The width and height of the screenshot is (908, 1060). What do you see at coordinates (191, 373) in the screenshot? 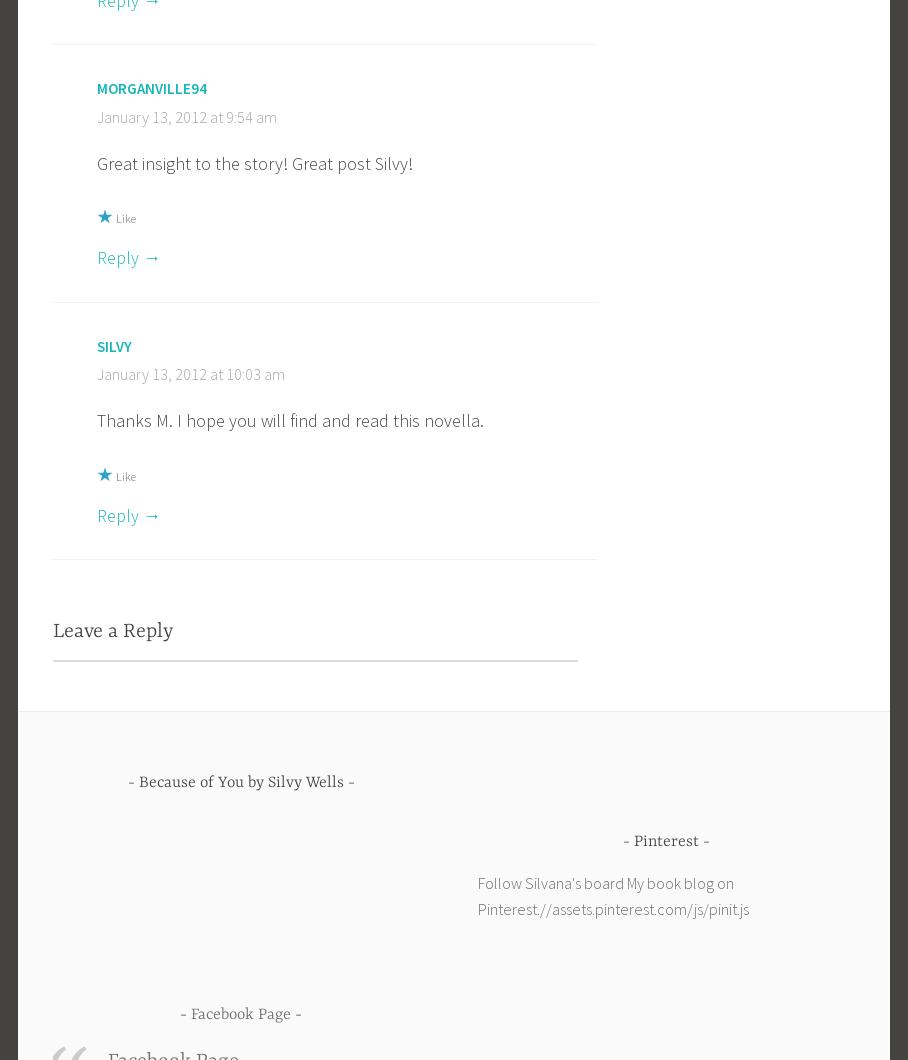
I see `'January 13, 2012 at 10:03 am'` at bounding box center [191, 373].